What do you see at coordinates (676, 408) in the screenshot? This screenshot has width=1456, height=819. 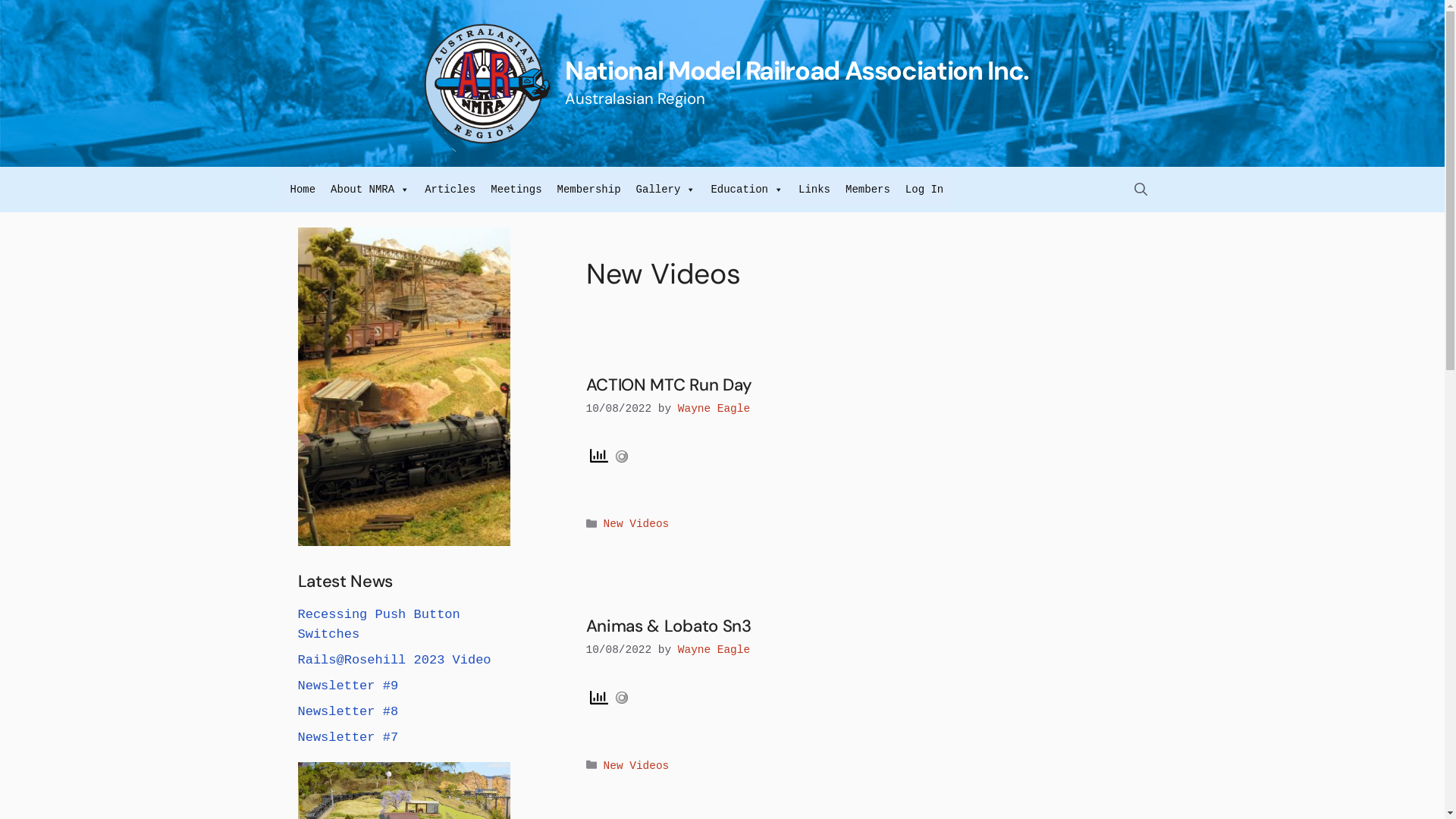 I see `'Wayne Eagle'` at bounding box center [676, 408].